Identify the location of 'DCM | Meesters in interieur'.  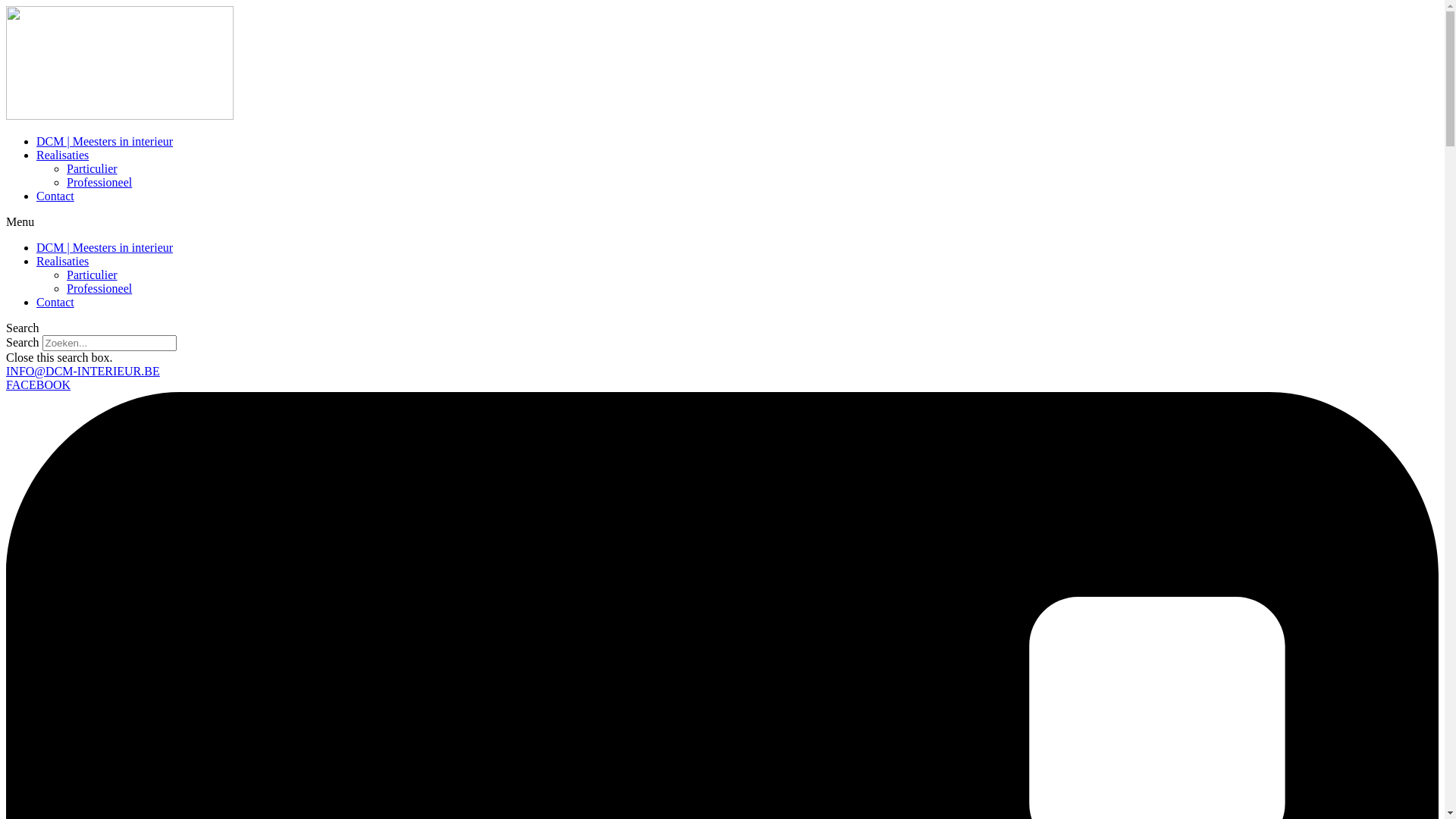
(36, 141).